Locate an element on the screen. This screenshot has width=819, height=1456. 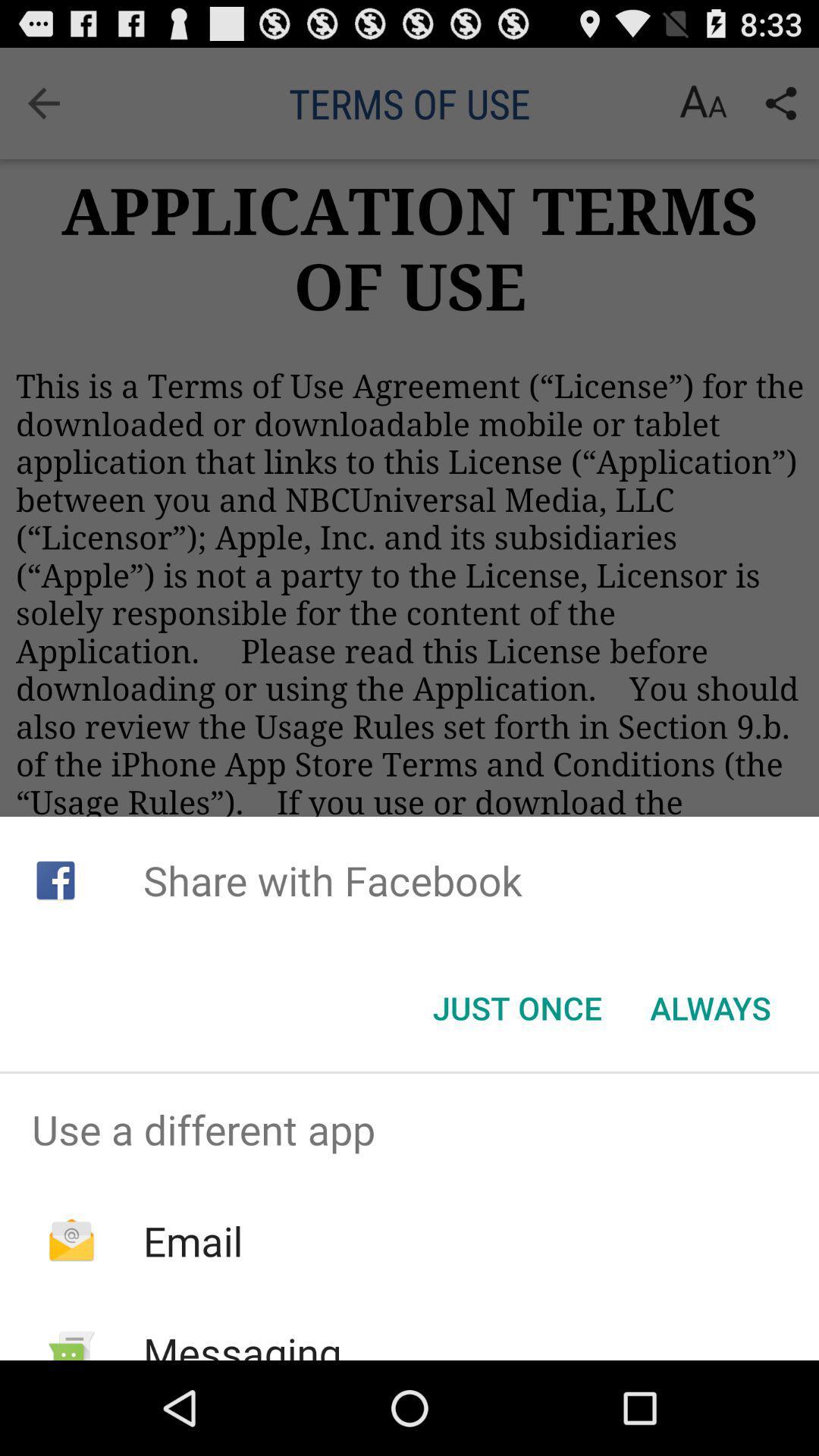
the messaging icon is located at coordinates (241, 1342).